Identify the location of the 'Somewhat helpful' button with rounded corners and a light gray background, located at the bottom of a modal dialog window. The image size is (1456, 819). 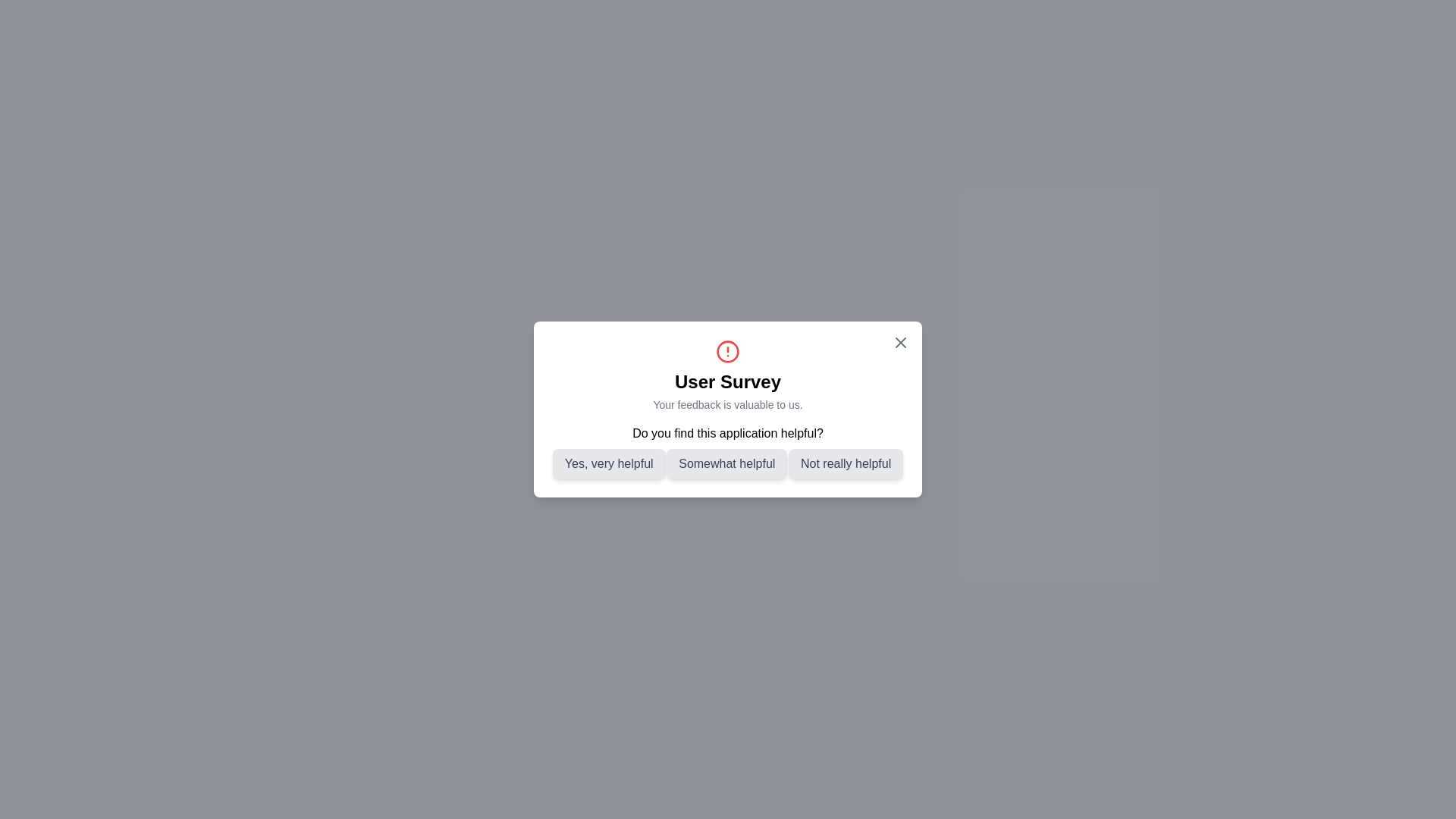
(726, 463).